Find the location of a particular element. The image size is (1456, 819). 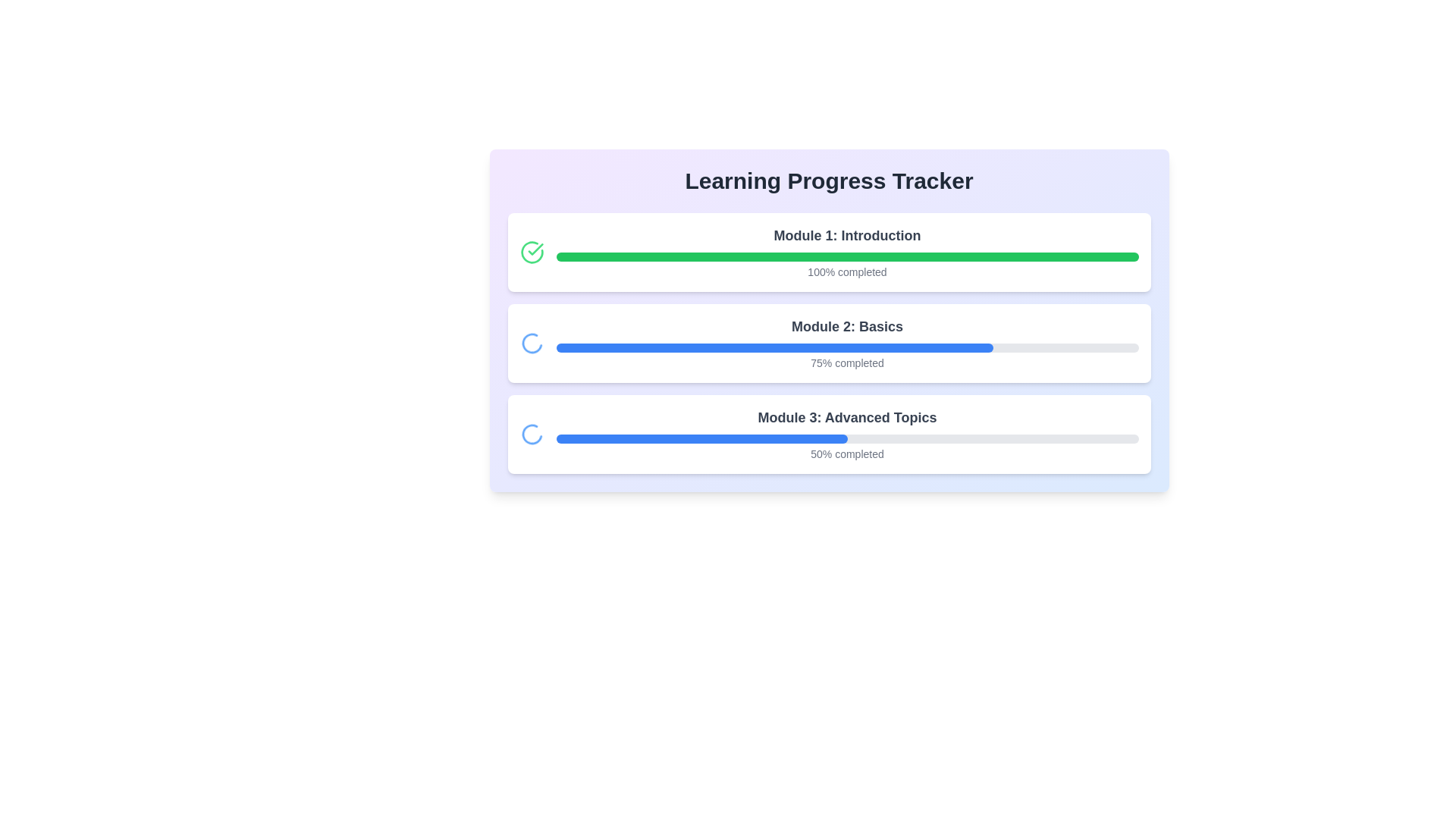

the module progress indicator displaying 'Module 2: Basics' to receive additional information is located at coordinates (846, 343).